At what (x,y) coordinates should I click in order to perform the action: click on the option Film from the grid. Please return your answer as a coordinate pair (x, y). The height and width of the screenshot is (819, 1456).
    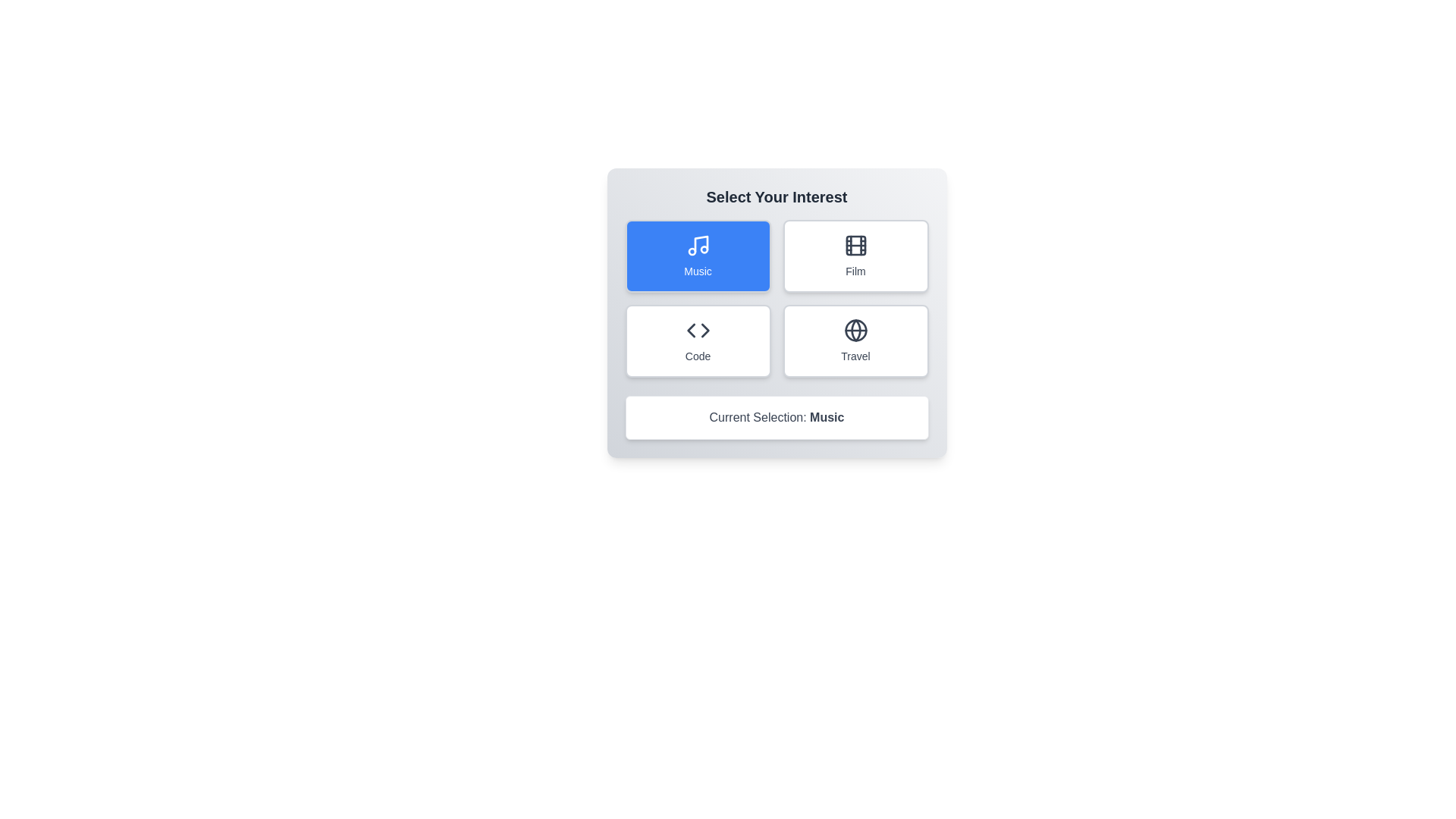
    Looking at the image, I should click on (855, 256).